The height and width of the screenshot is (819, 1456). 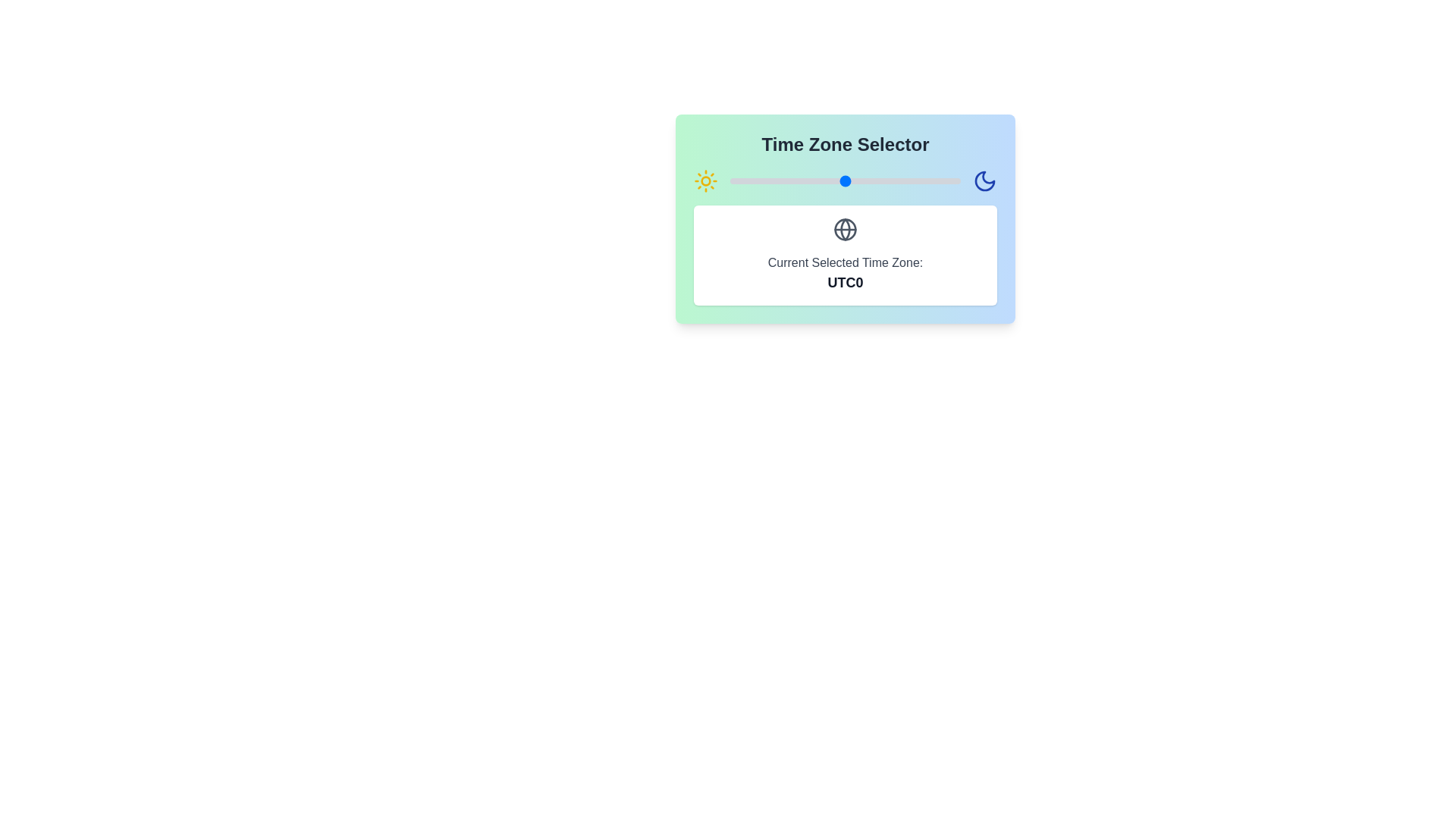 I want to click on the thicker, vertical curved line forming the right part of the globe icon, which is centrally positioned in the SVG graphic above the 'Current Selected Time Zone: UTC0' text, so click(x=844, y=230).